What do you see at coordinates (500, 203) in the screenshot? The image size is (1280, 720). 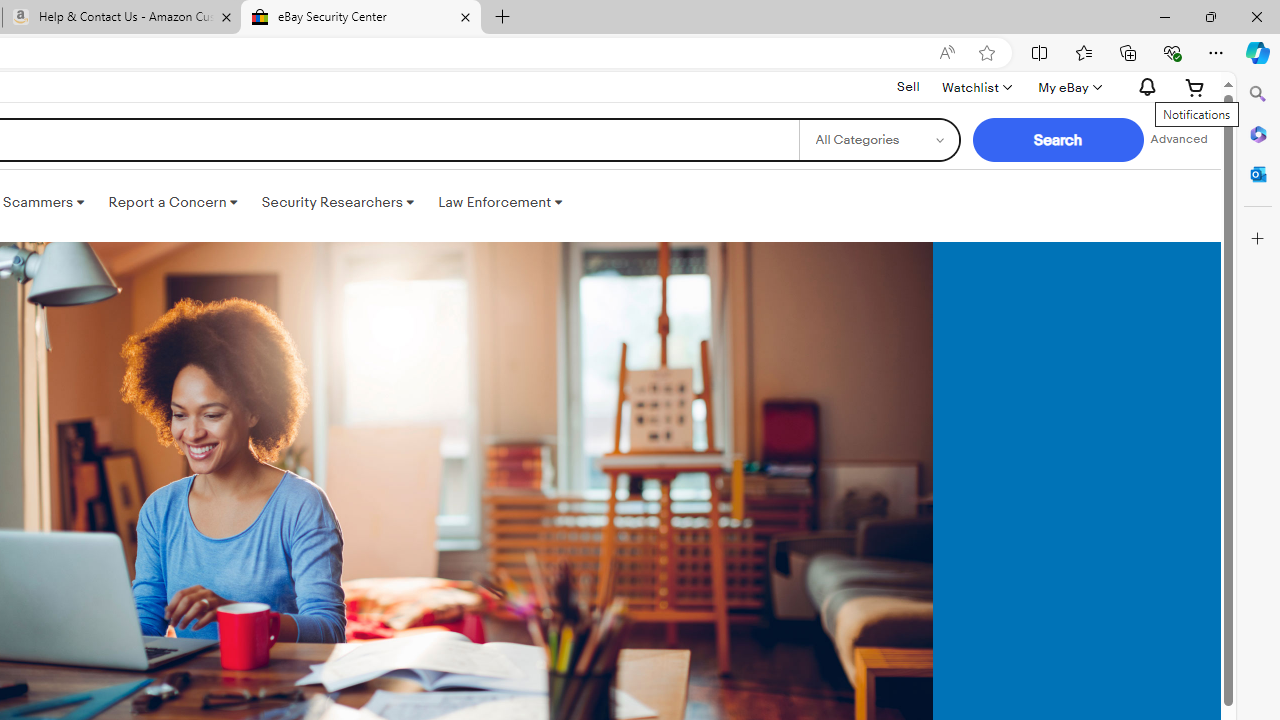 I see `'Law Enforcement '` at bounding box center [500, 203].